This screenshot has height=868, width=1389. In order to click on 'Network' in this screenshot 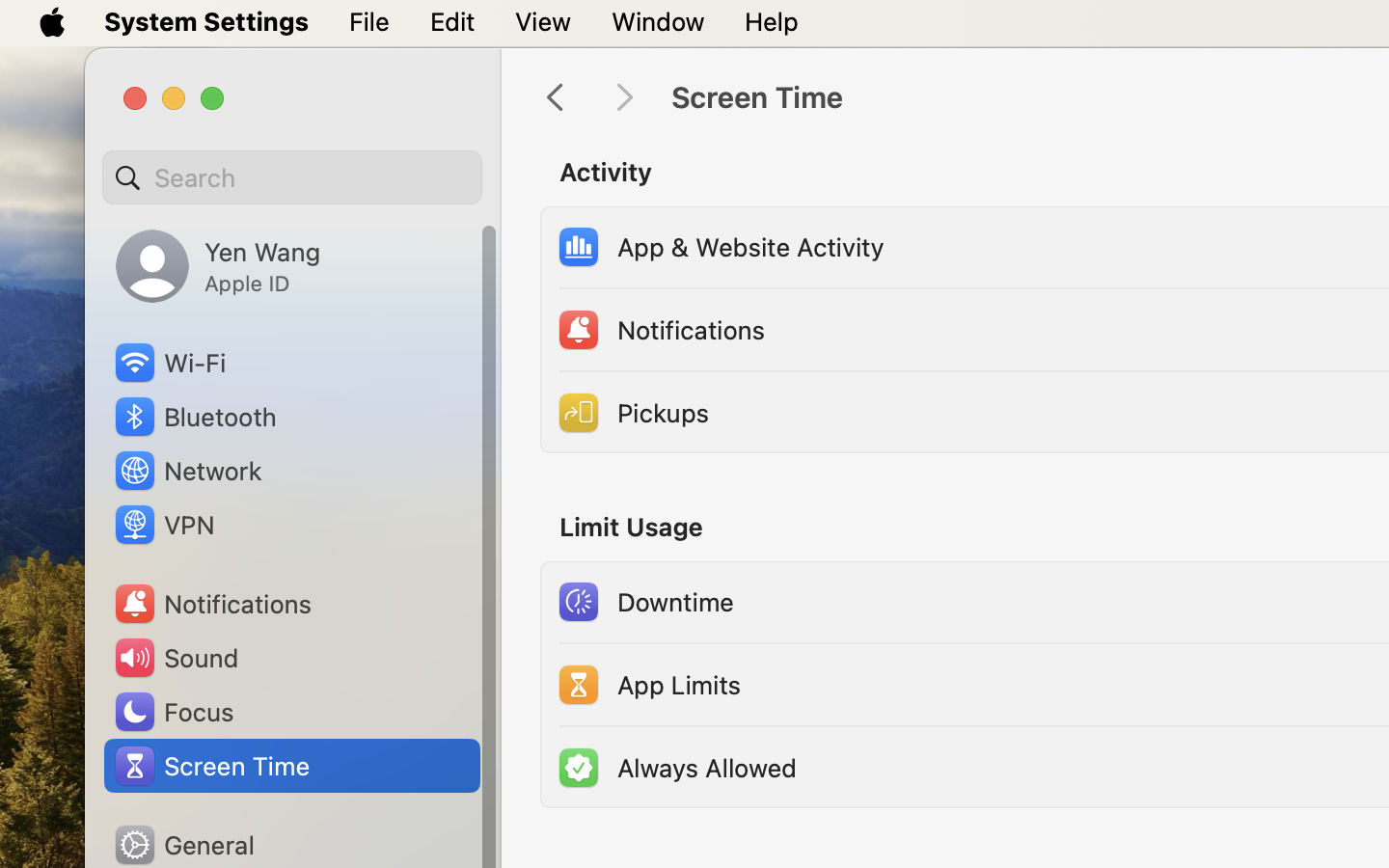, I will do `click(186, 469)`.